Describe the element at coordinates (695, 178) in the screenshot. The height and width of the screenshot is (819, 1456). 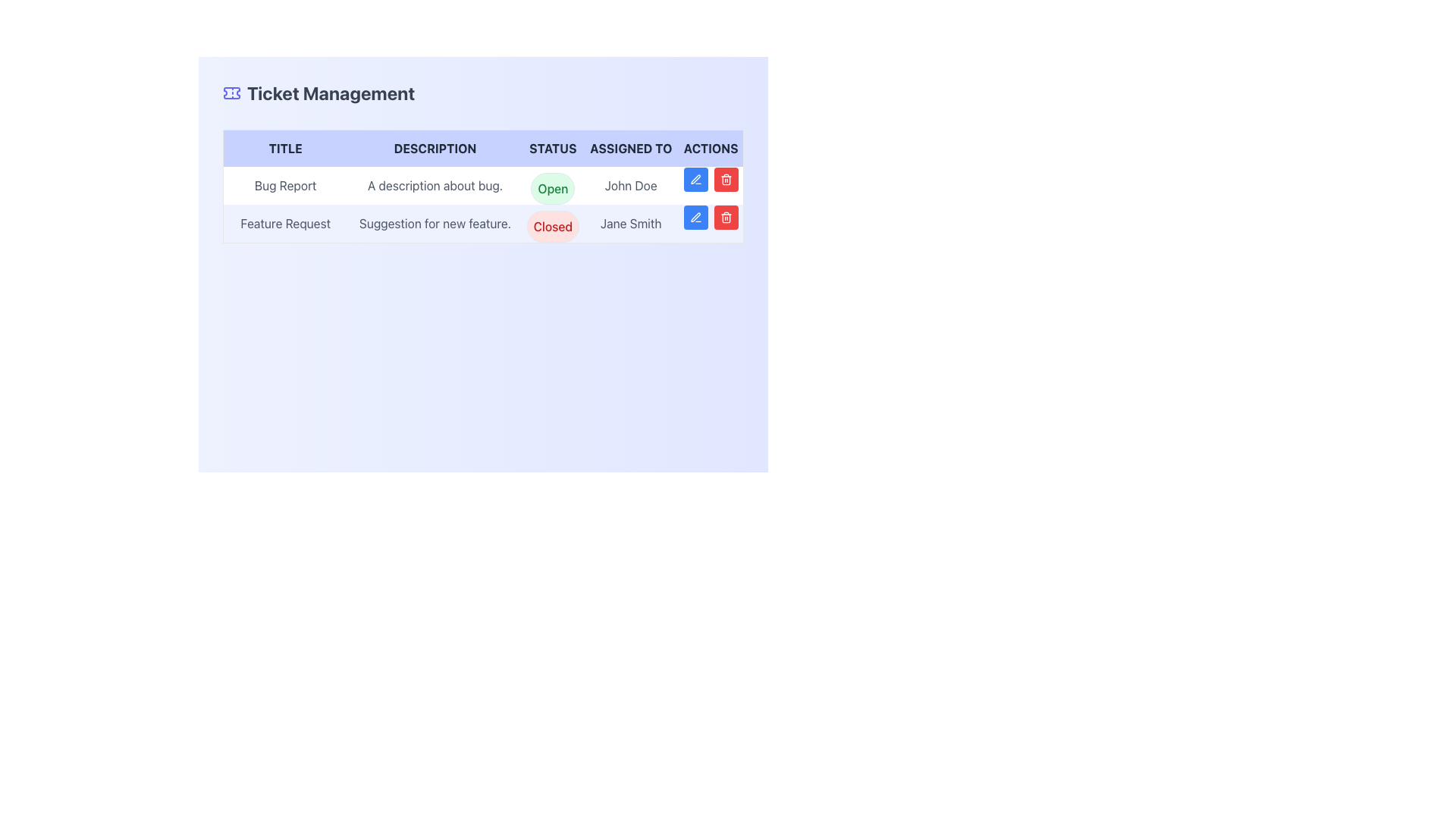
I see `the small pen icon with a blue background located in the 'Actions' column of the second row in the ticket management table` at that location.